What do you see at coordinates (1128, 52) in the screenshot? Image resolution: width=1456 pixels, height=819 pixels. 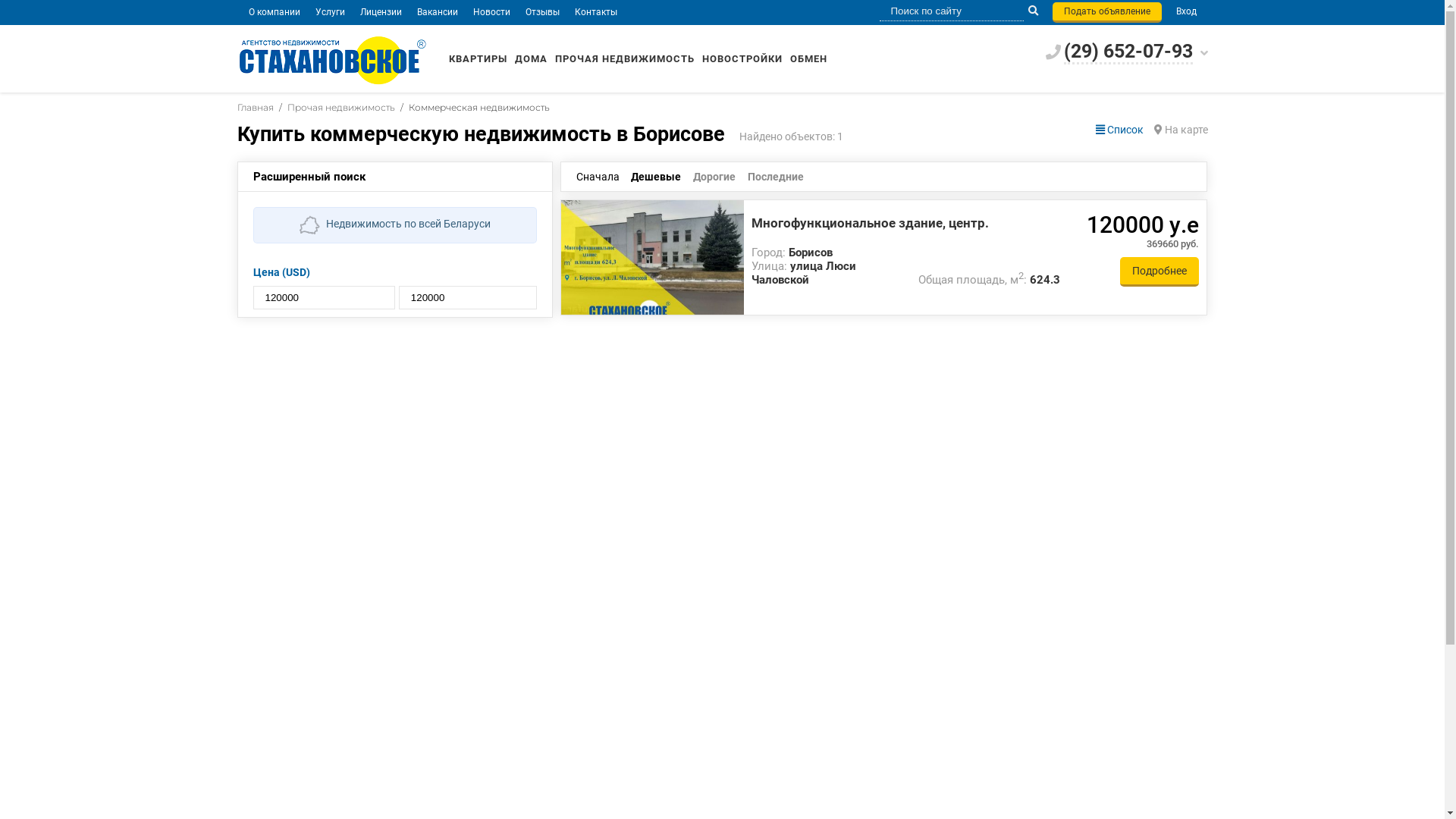 I see `'(29) 652-07-93'` at bounding box center [1128, 52].